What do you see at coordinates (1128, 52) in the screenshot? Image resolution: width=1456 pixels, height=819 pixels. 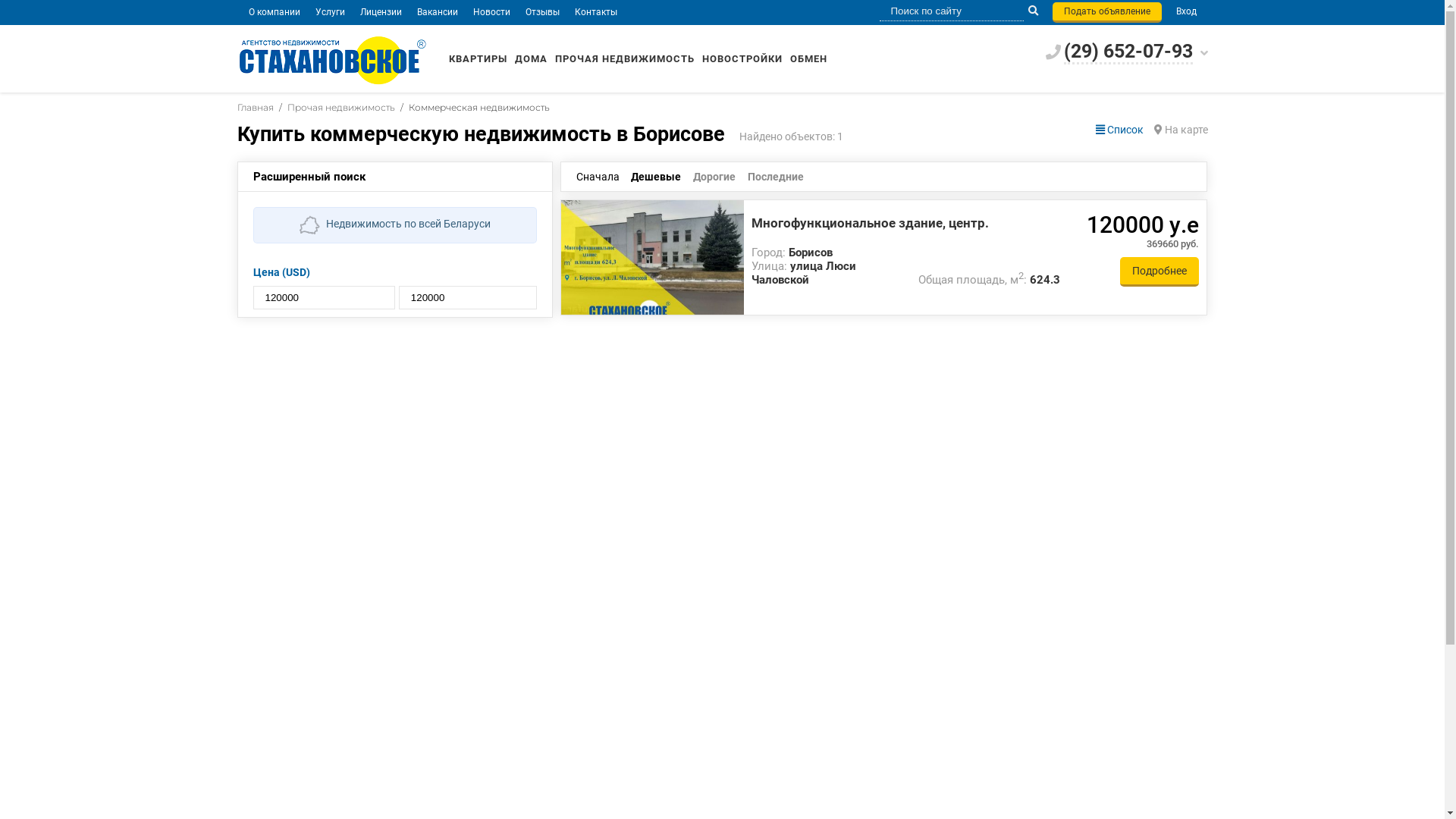 I see `'(29) 652-07-93'` at bounding box center [1128, 52].